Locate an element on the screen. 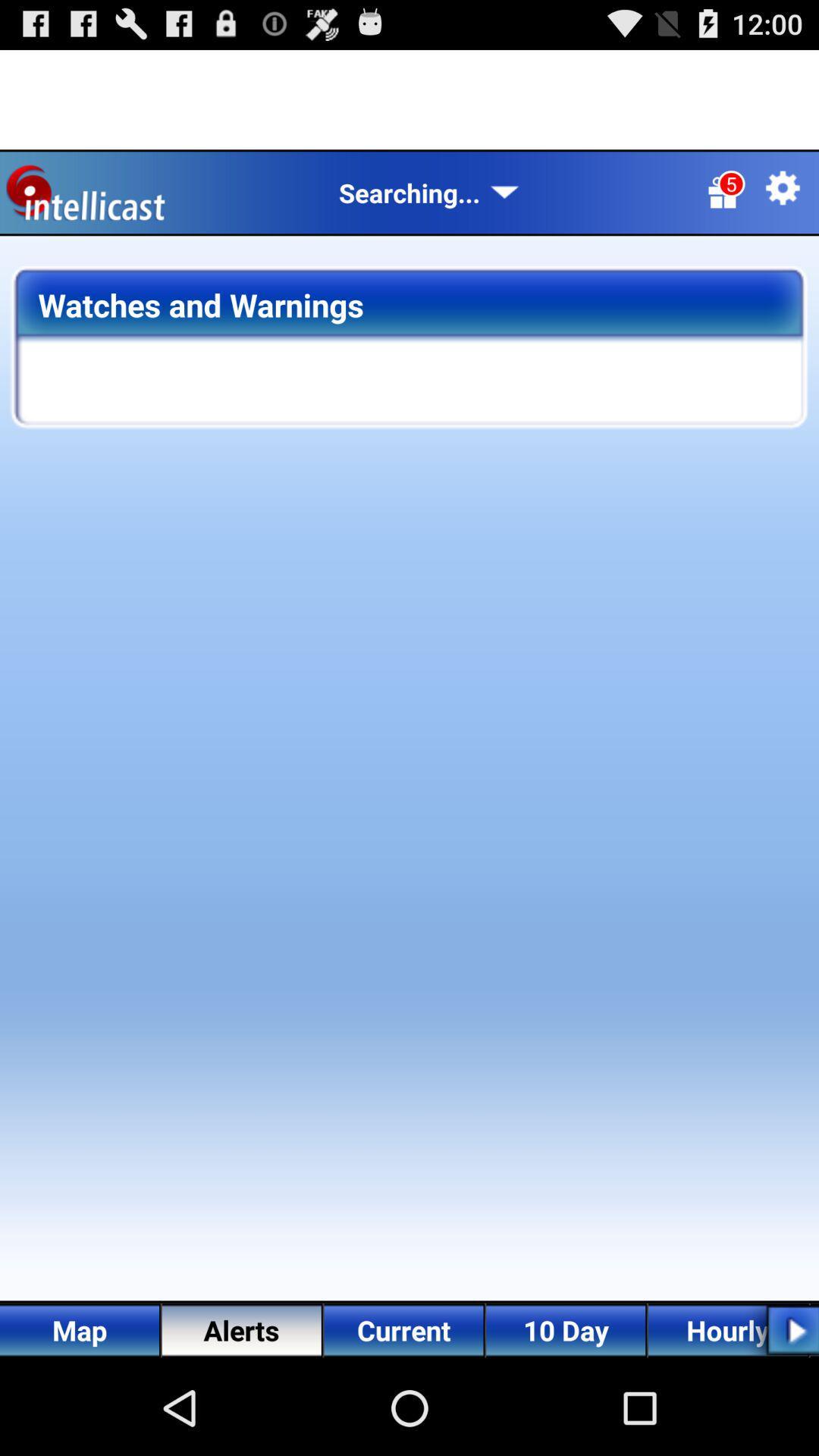  the searching option along with drop down icon is located at coordinates (429, 192).